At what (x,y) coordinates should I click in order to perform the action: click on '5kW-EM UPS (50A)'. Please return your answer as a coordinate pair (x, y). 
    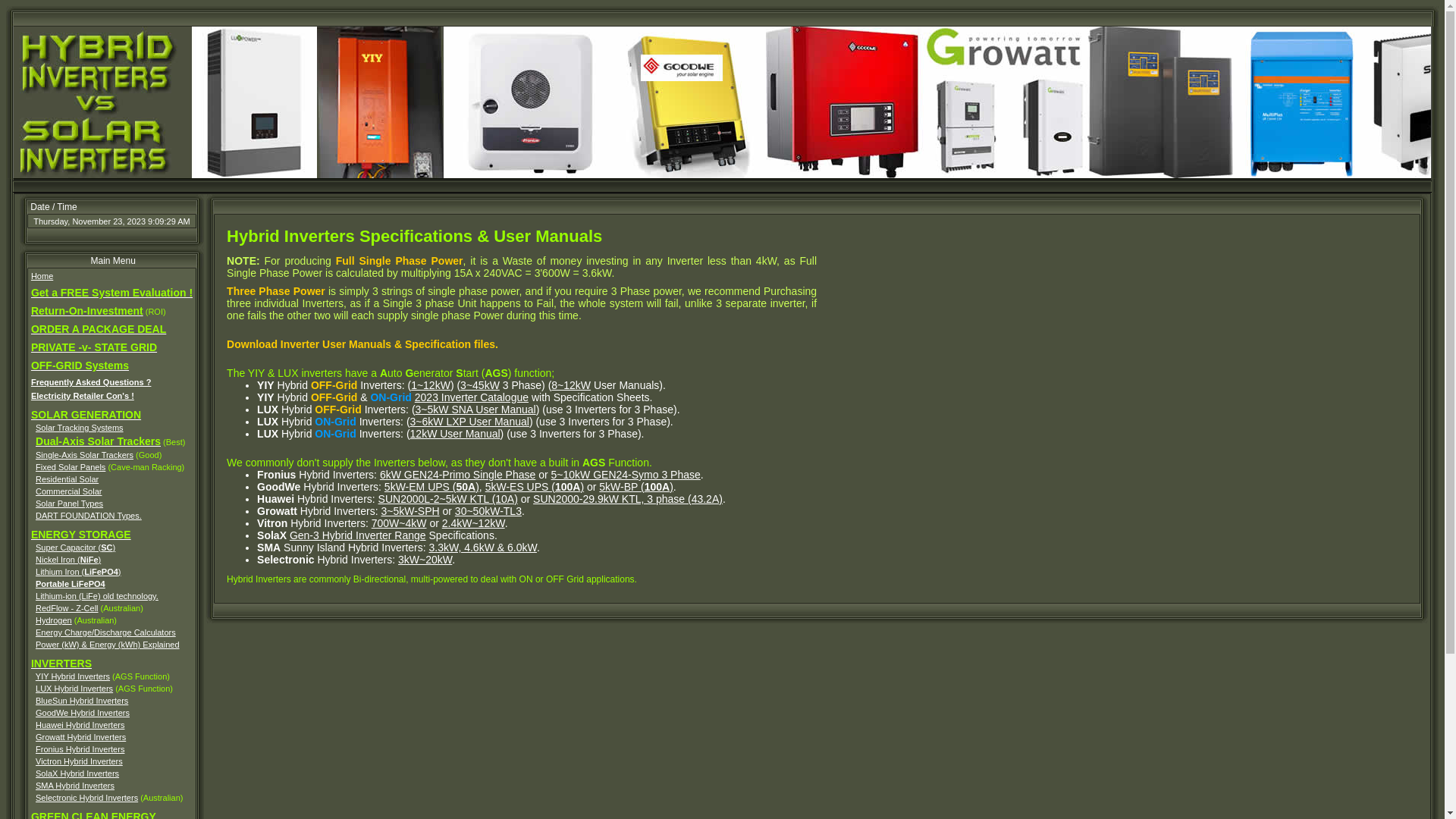
    Looking at the image, I should click on (384, 486).